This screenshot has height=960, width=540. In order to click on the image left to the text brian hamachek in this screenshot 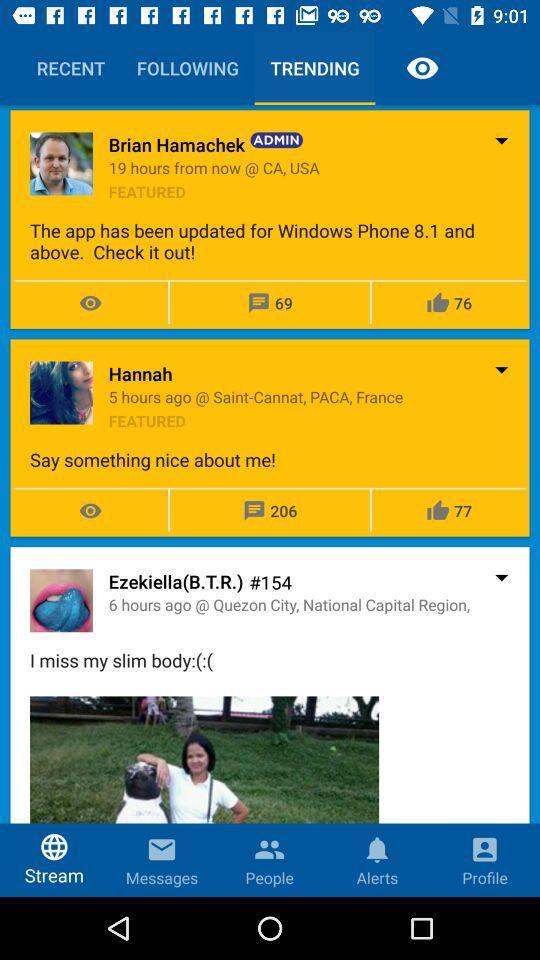, I will do `click(61, 162)`.